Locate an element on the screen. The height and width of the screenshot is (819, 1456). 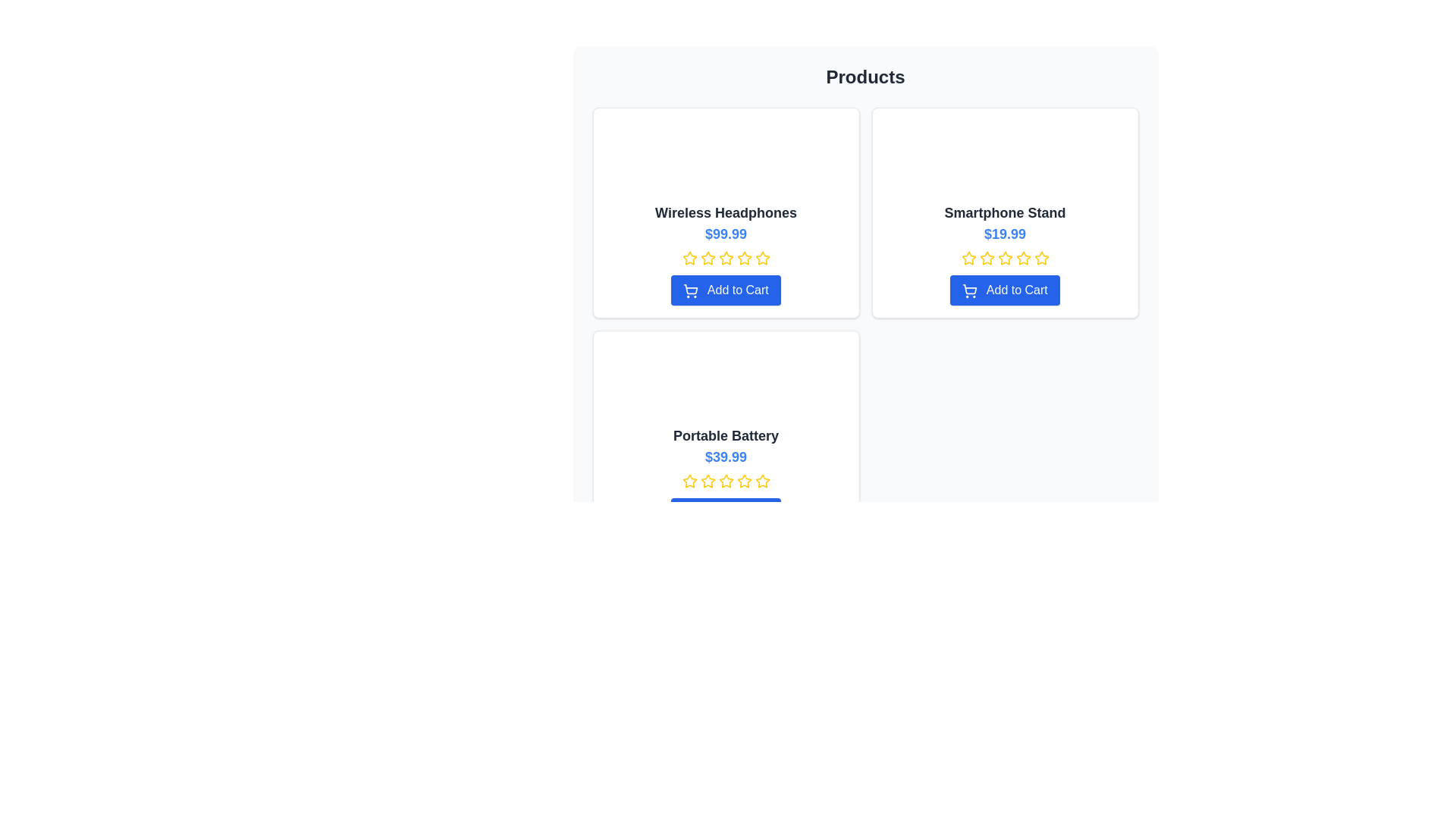
the shopping cart icon within the 'Add to Cart' button located at the bottom of the 'Smartphone Stand' product card is located at coordinates (969, 289).